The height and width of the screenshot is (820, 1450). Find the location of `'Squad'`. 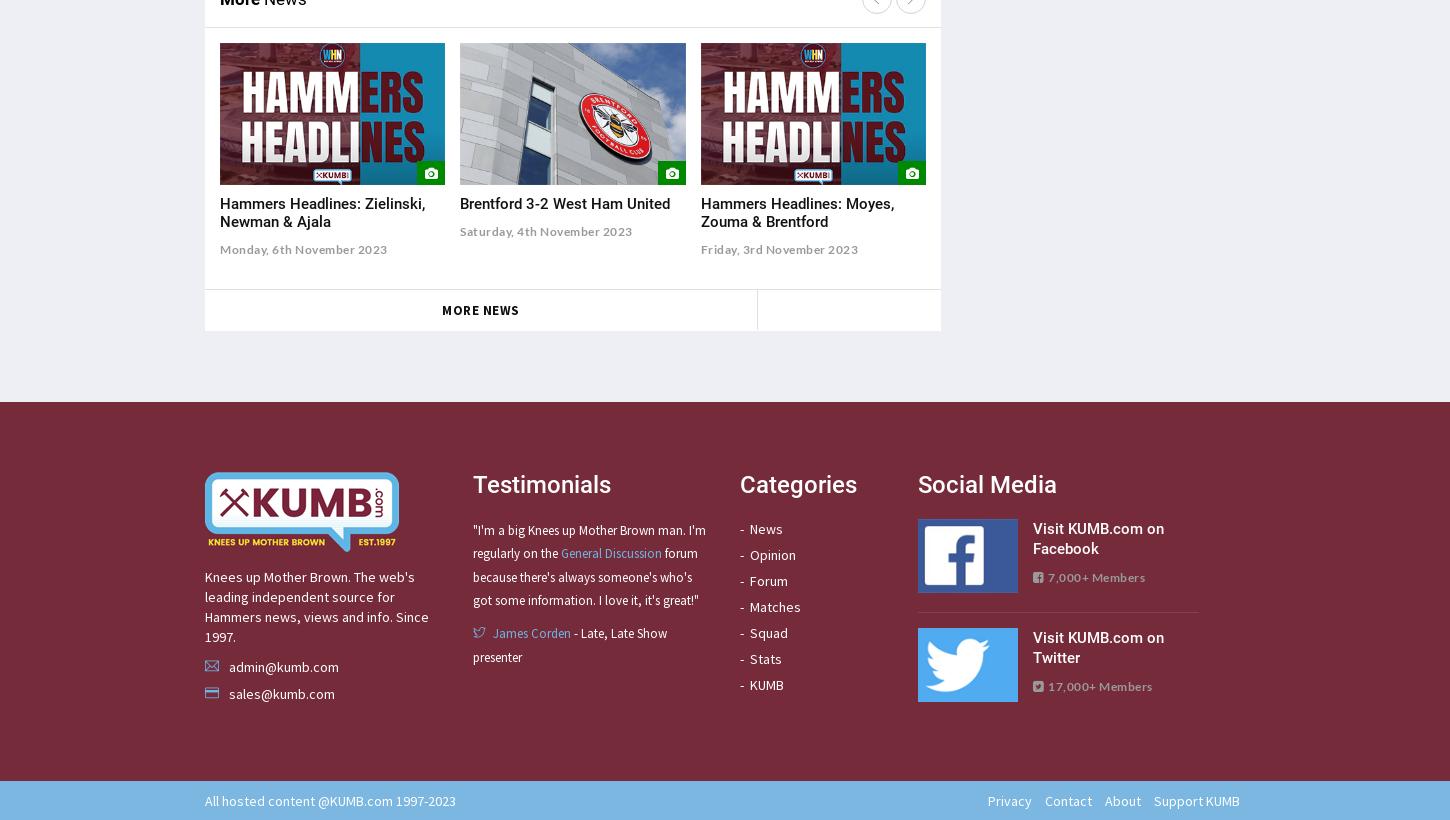

'Squad' is located at coordinates (768, 630).